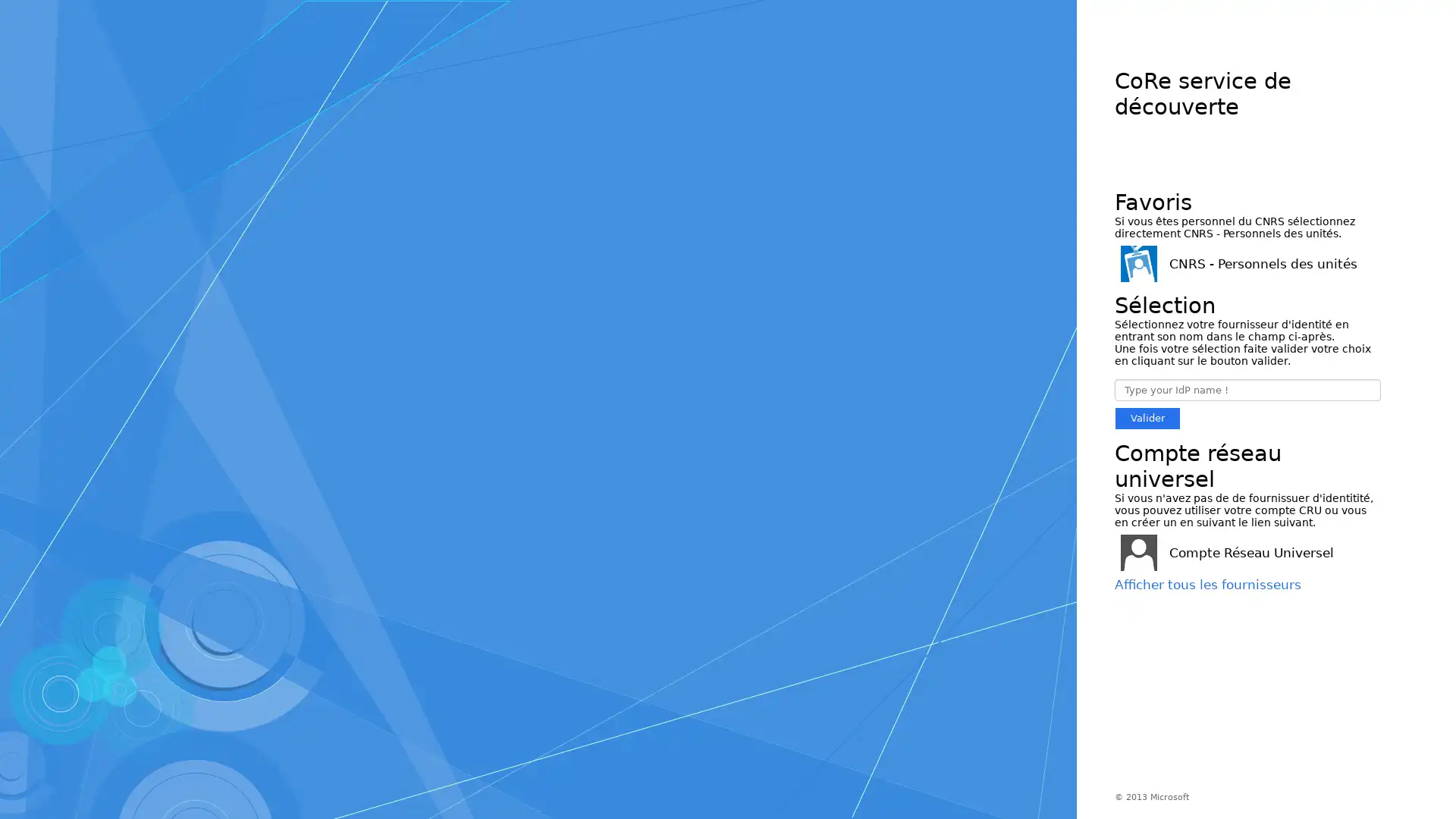  Describe the element at coordinates (1147, 418) in the screenshot. I see `Valider` at that location.